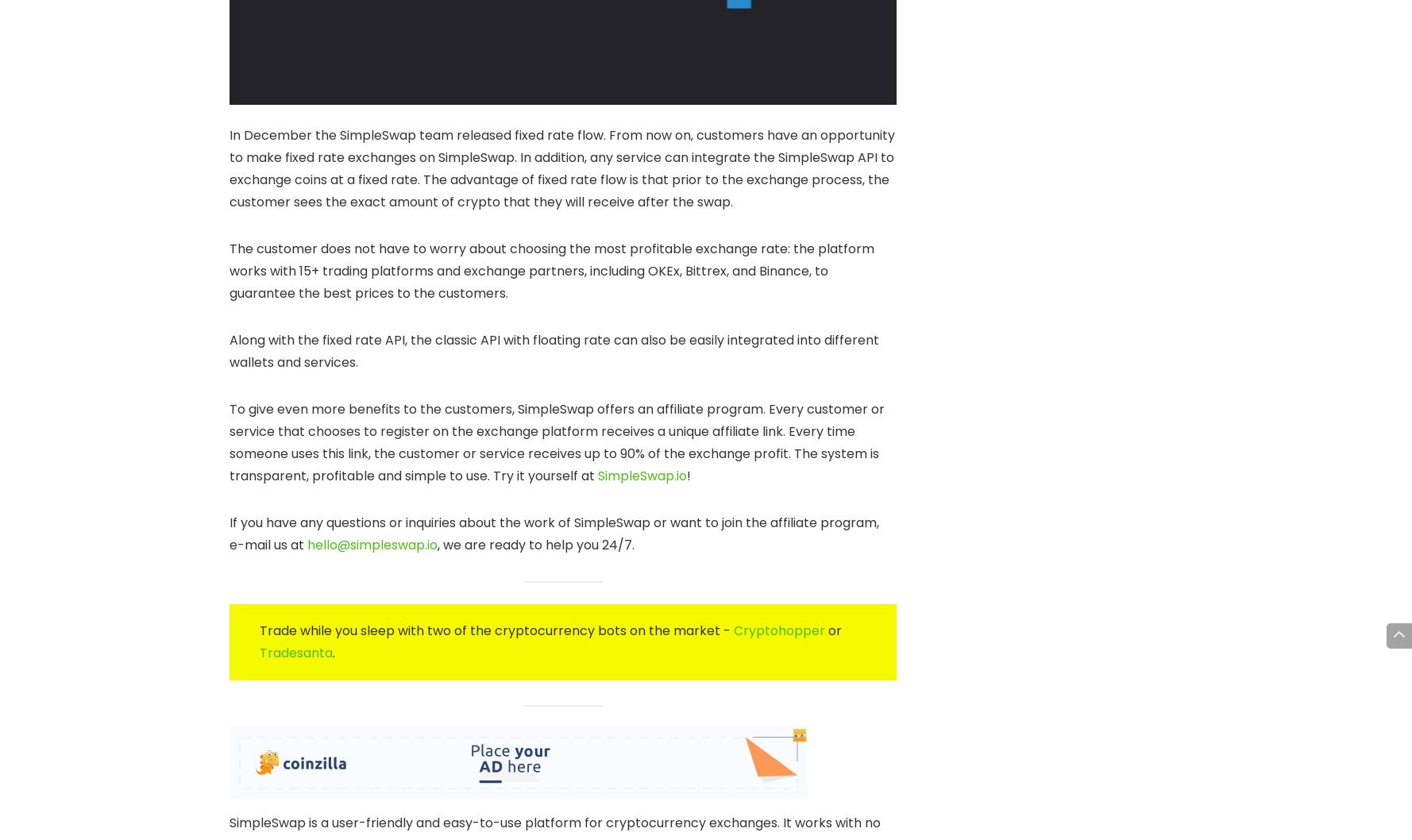 Image resolution: width=1412 pixels, height=840 pixels. Describe the element at coordinates (229, 442) in the screenshot. I see `'To give even more benefits to the customers, SimpleSwap offers an affiliate program. Every customer or service that chooses to register on the exchange platform receives a unique affiliate link. Every time someone uses this link, the customer or service receives up to 90% of the exchange profit. The system is transparent, profitable and simple to use. Try it yourself at'` at that location.